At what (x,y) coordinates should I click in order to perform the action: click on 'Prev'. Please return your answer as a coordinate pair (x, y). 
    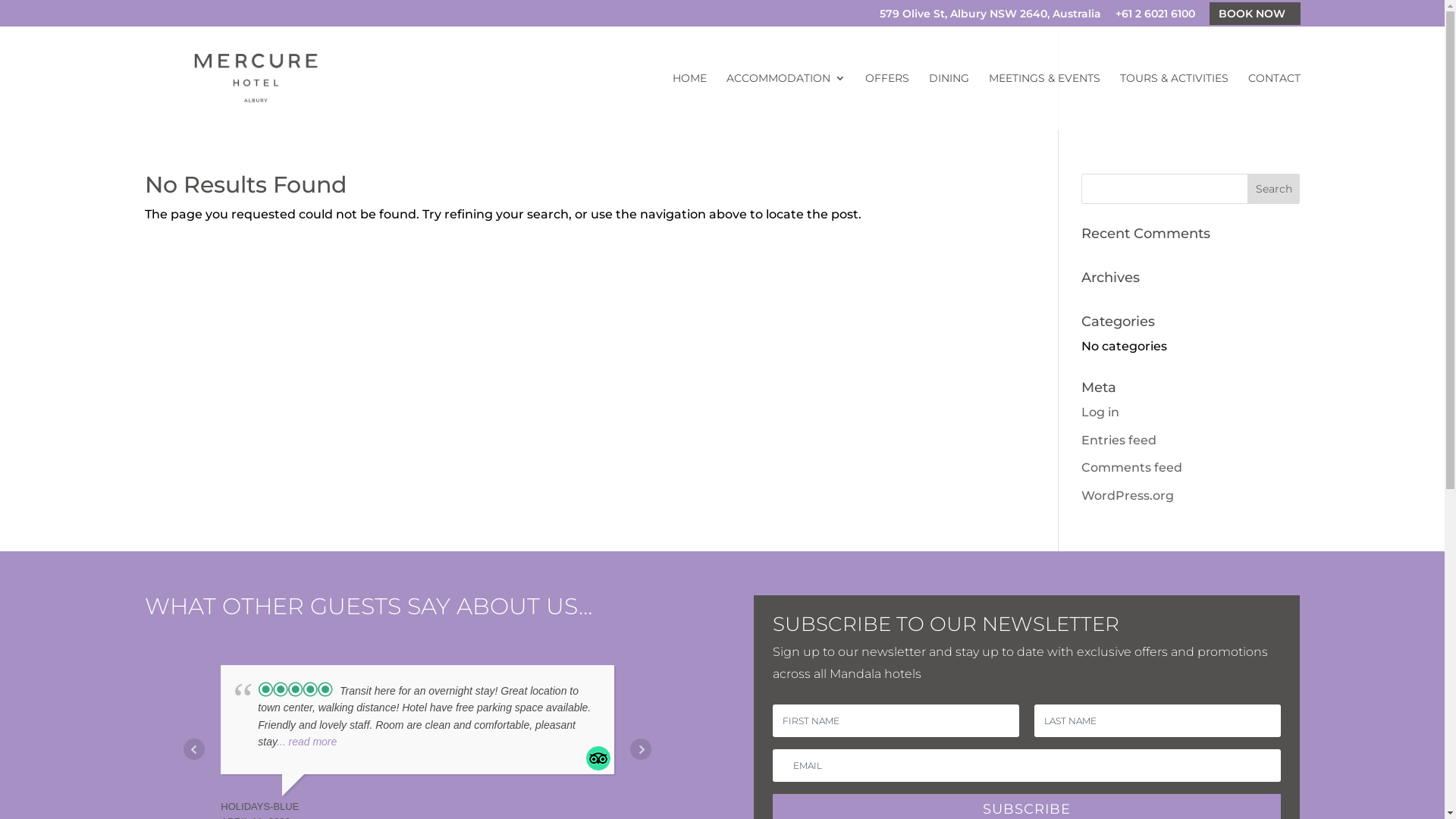
    Looking at the image, I should click on (182, 748).